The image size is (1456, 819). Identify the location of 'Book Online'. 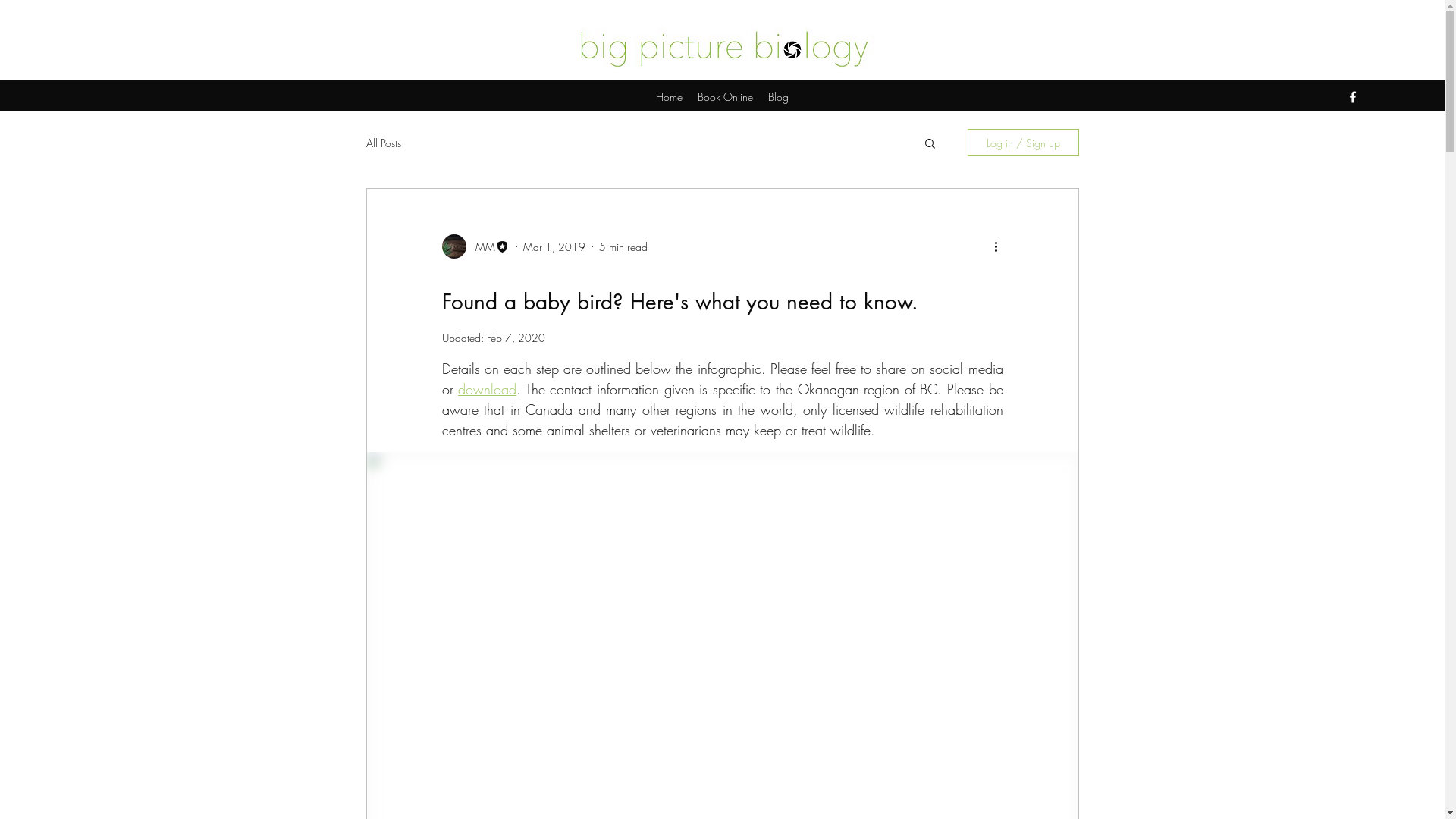
(724, 96).